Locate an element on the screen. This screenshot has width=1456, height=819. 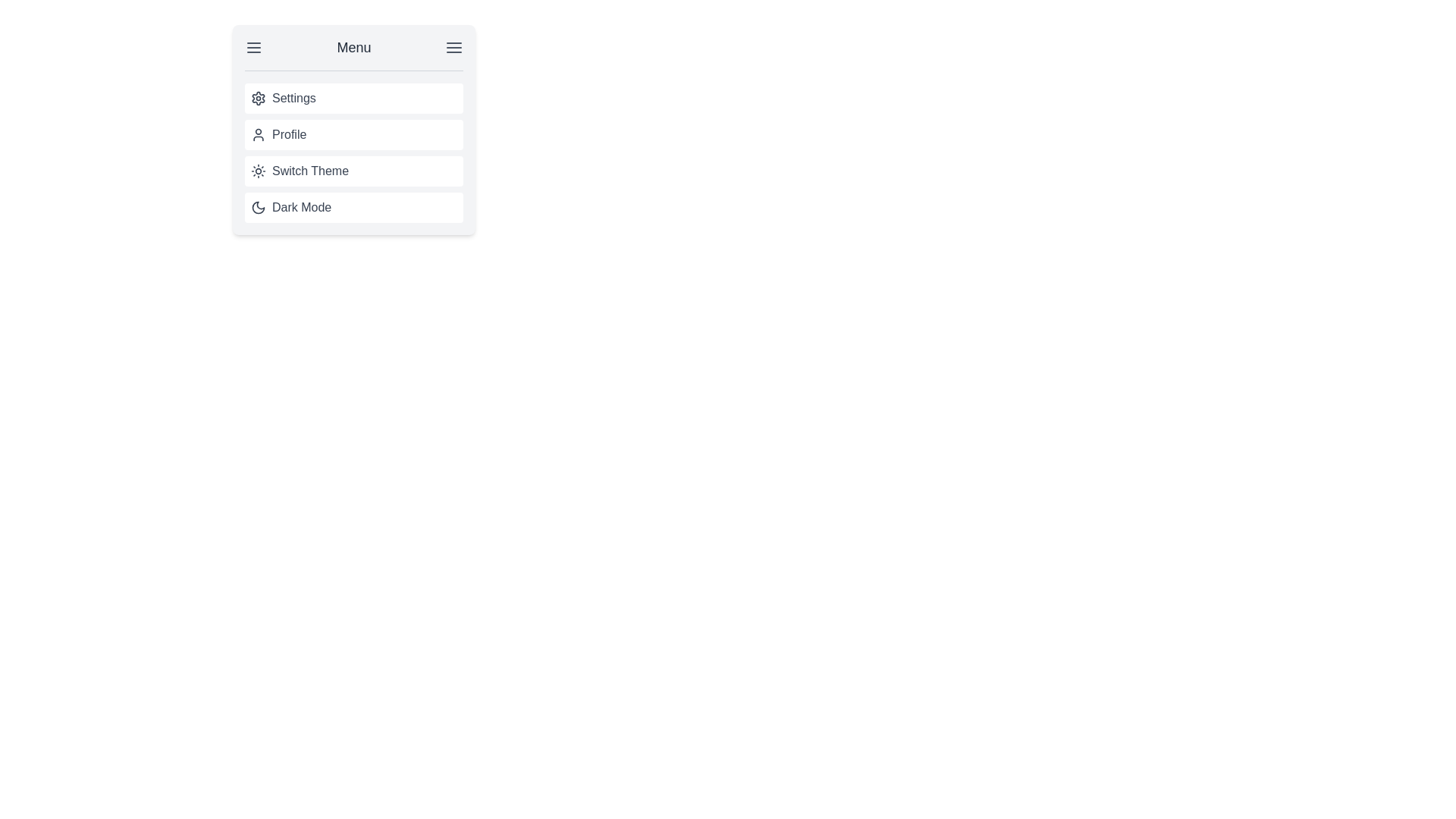
the user profile icon located is located at coordinates (258, 133).